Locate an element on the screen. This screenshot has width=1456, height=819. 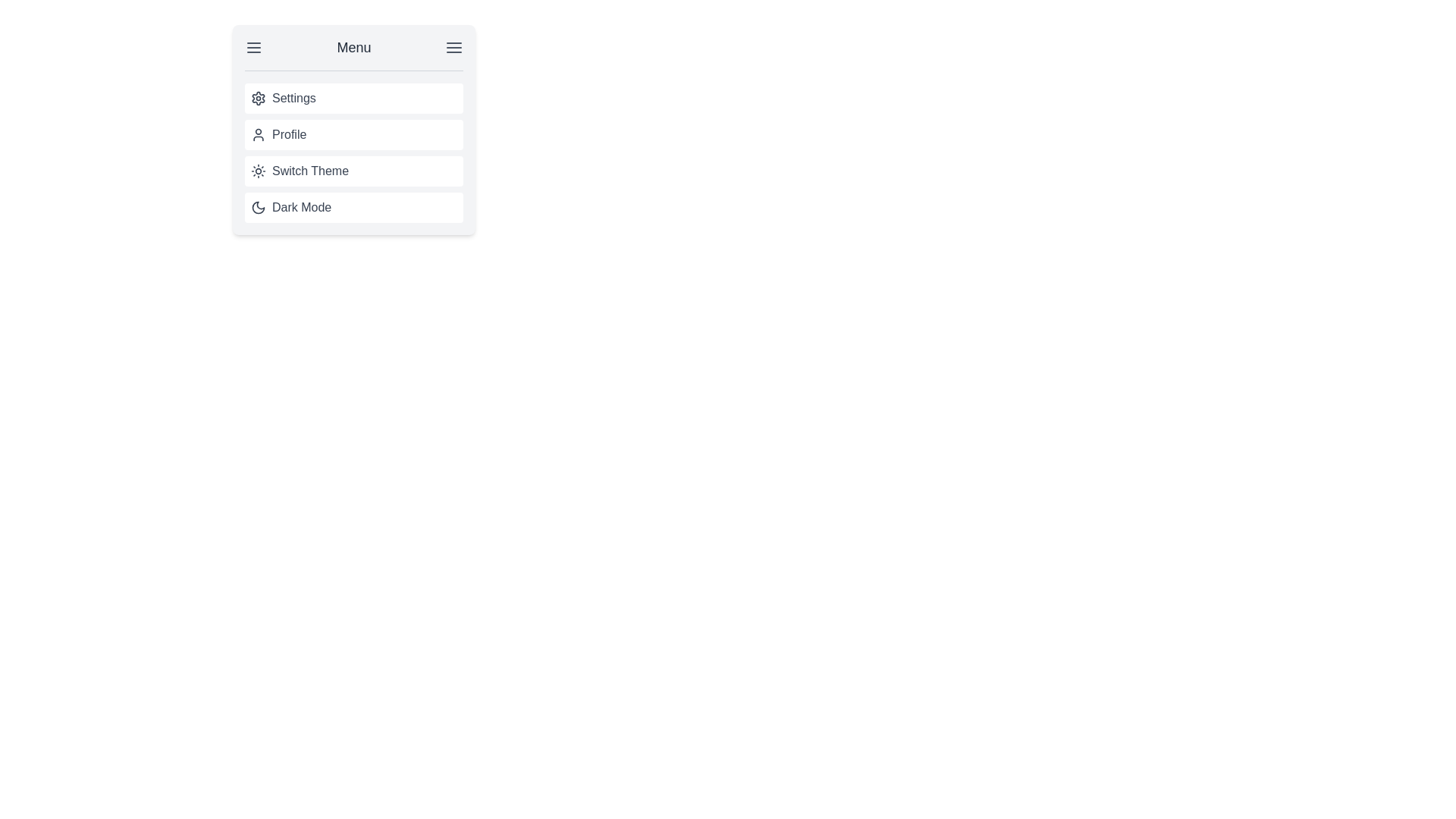
the user profile icon located is located at coordinates (258, 133).